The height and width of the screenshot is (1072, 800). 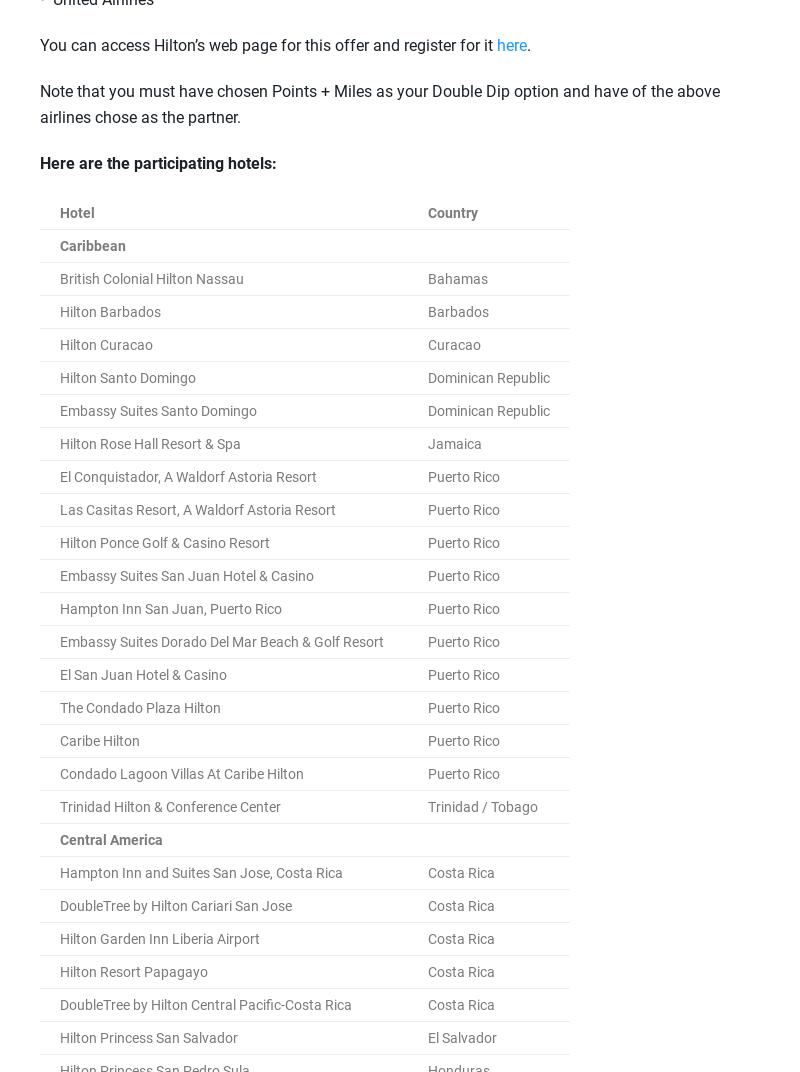 I want to click on 'Hilton Curacao', so click(x=105, y=344).